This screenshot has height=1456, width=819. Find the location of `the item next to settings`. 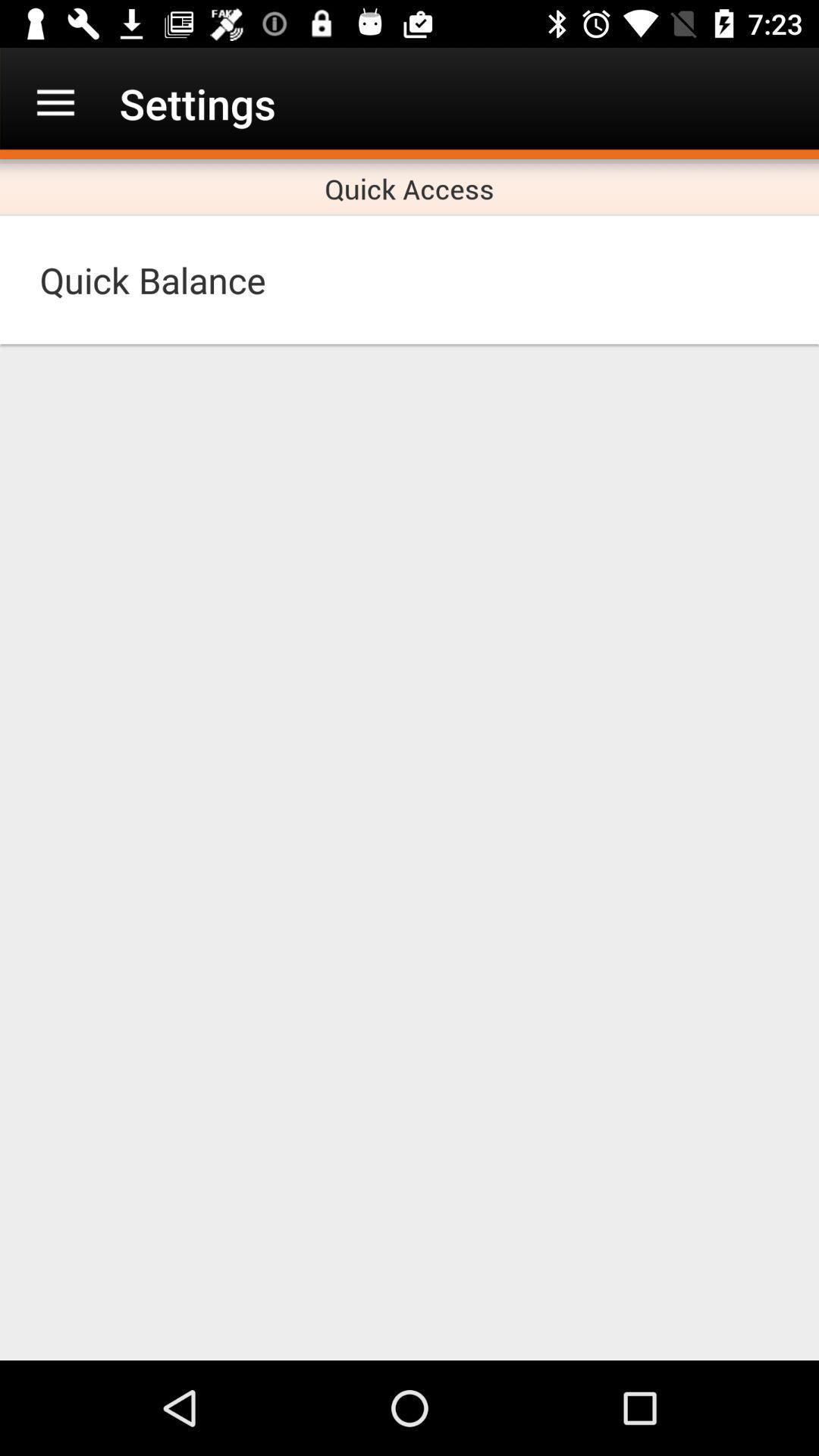

the item next to settings is located at coordinates (55, 102).